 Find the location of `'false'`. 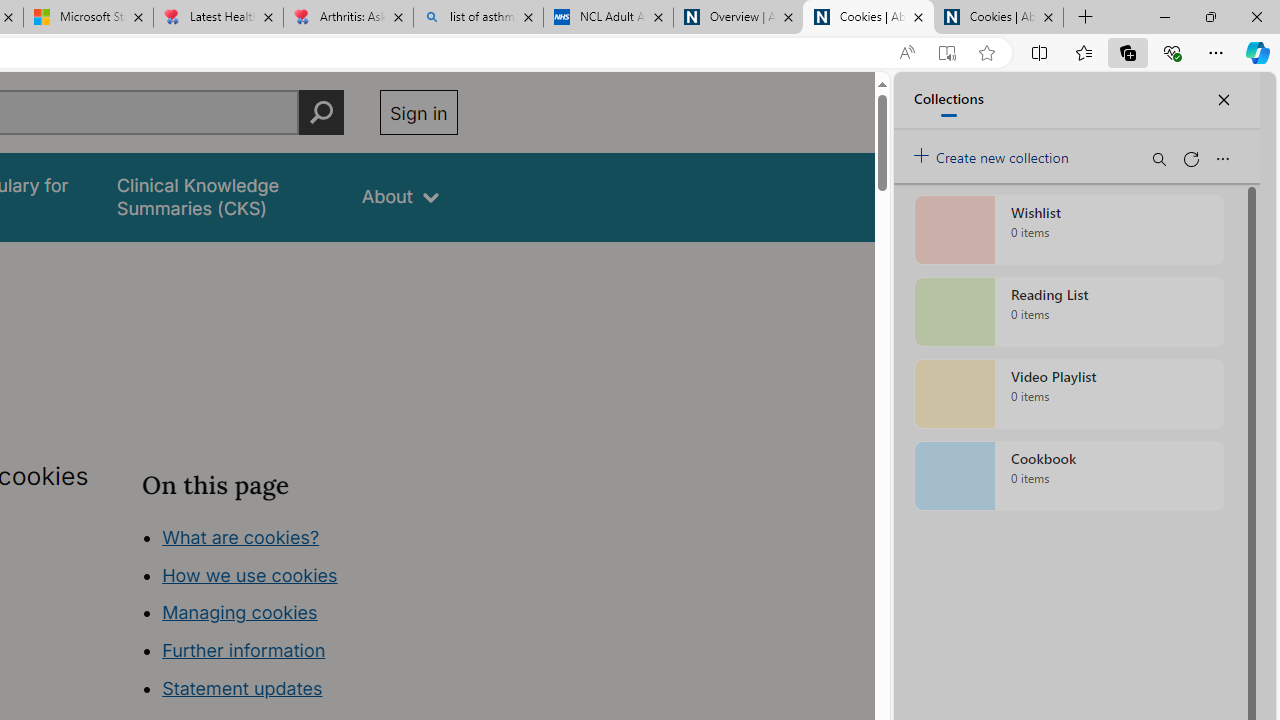

'false' is located at coordinates (221, 197).